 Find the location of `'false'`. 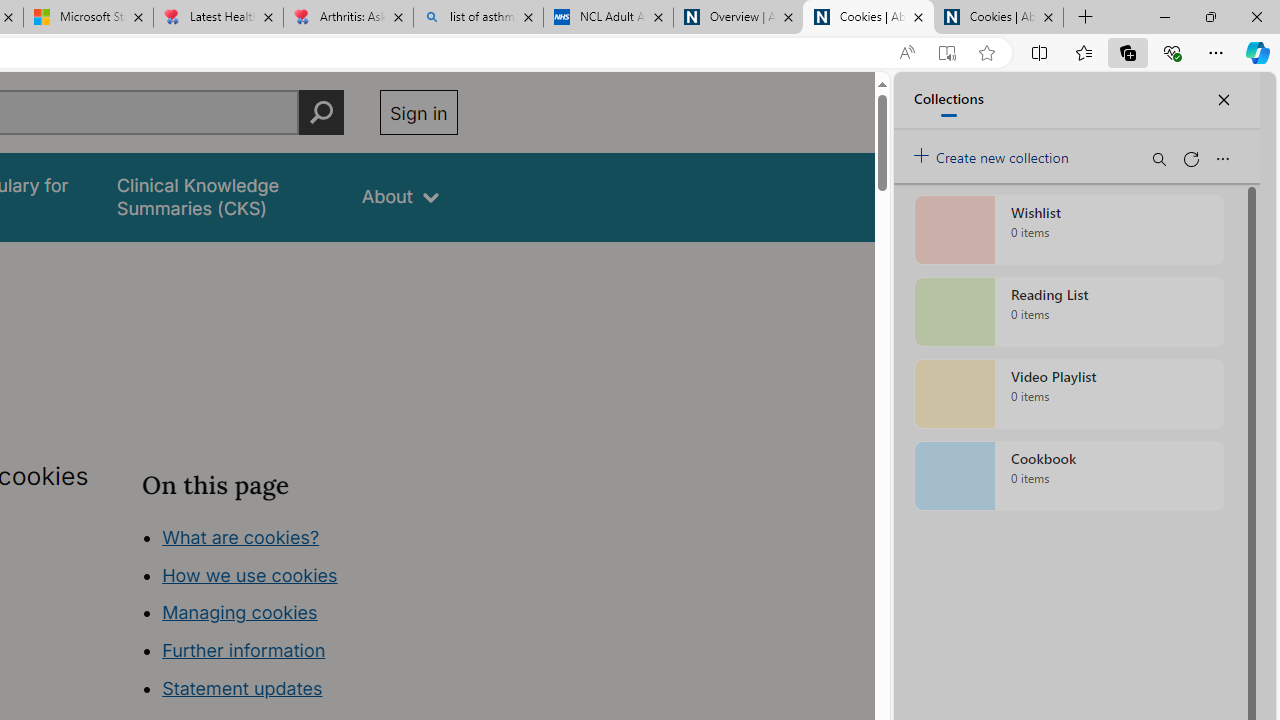

'false' is located at coordinates (221, 197).